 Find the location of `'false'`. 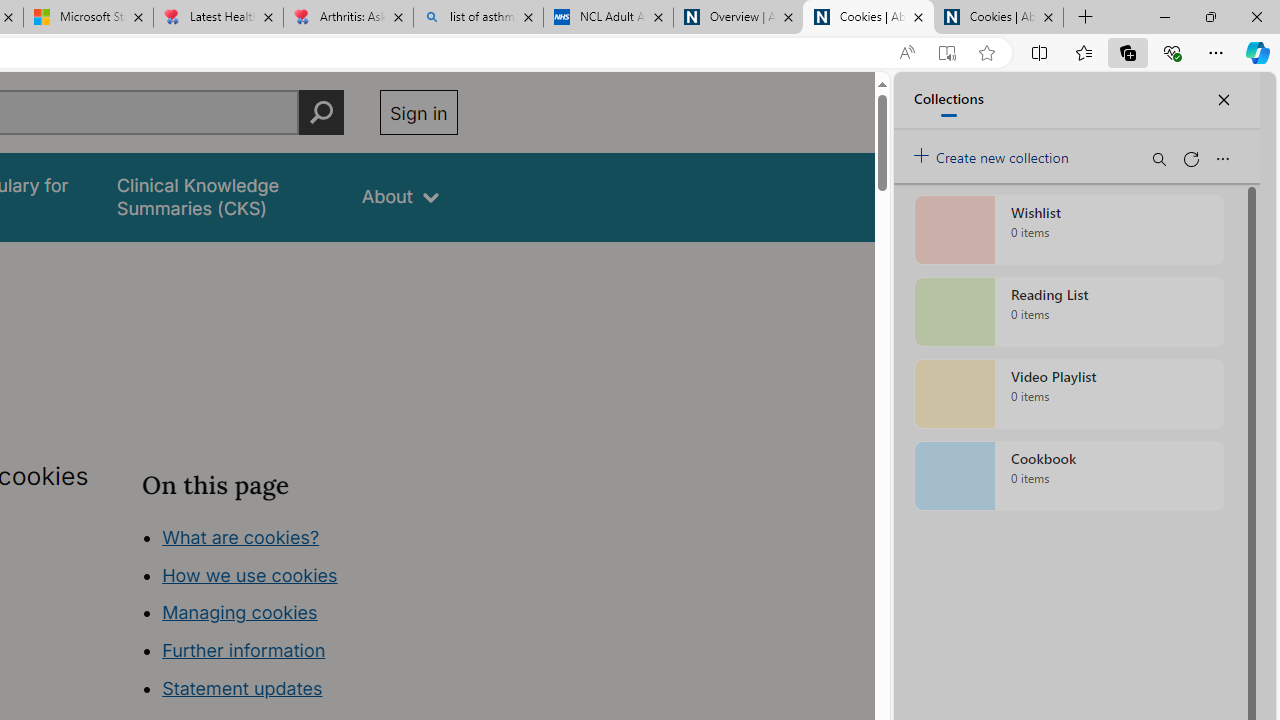

'false' is located at coordinates (221, 197).